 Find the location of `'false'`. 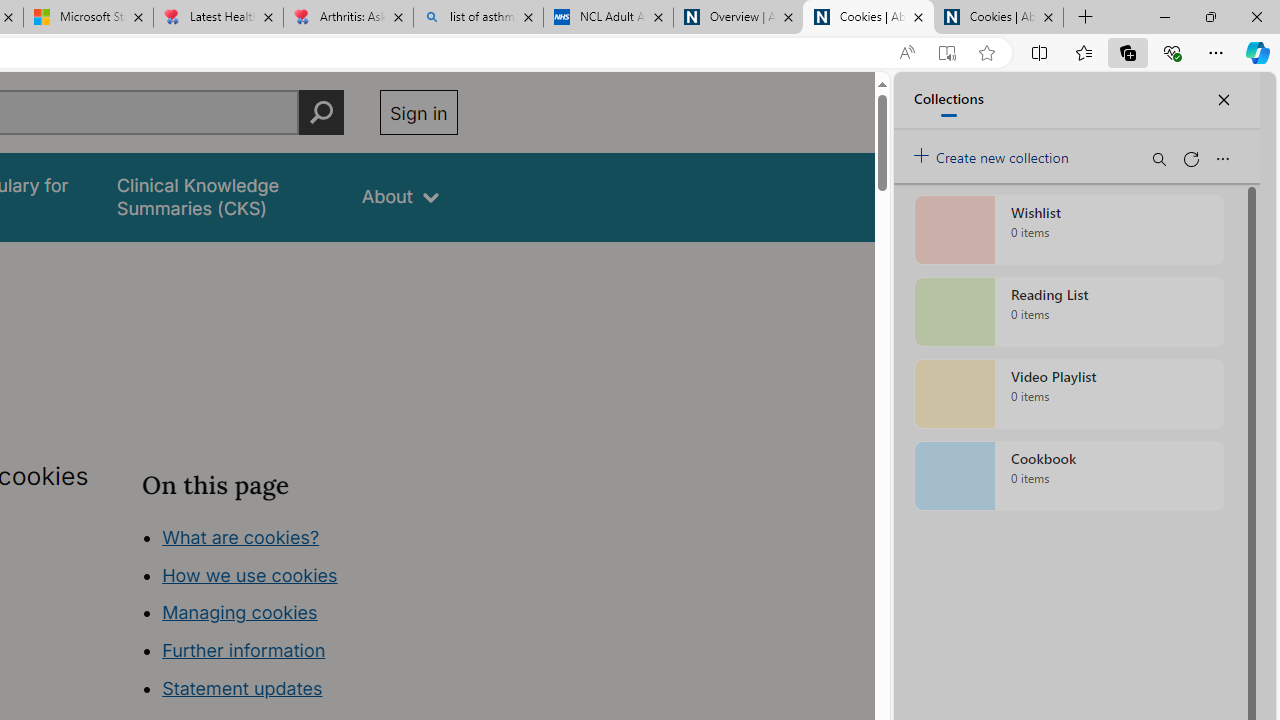

'false' is located at coordinates (221, 197).